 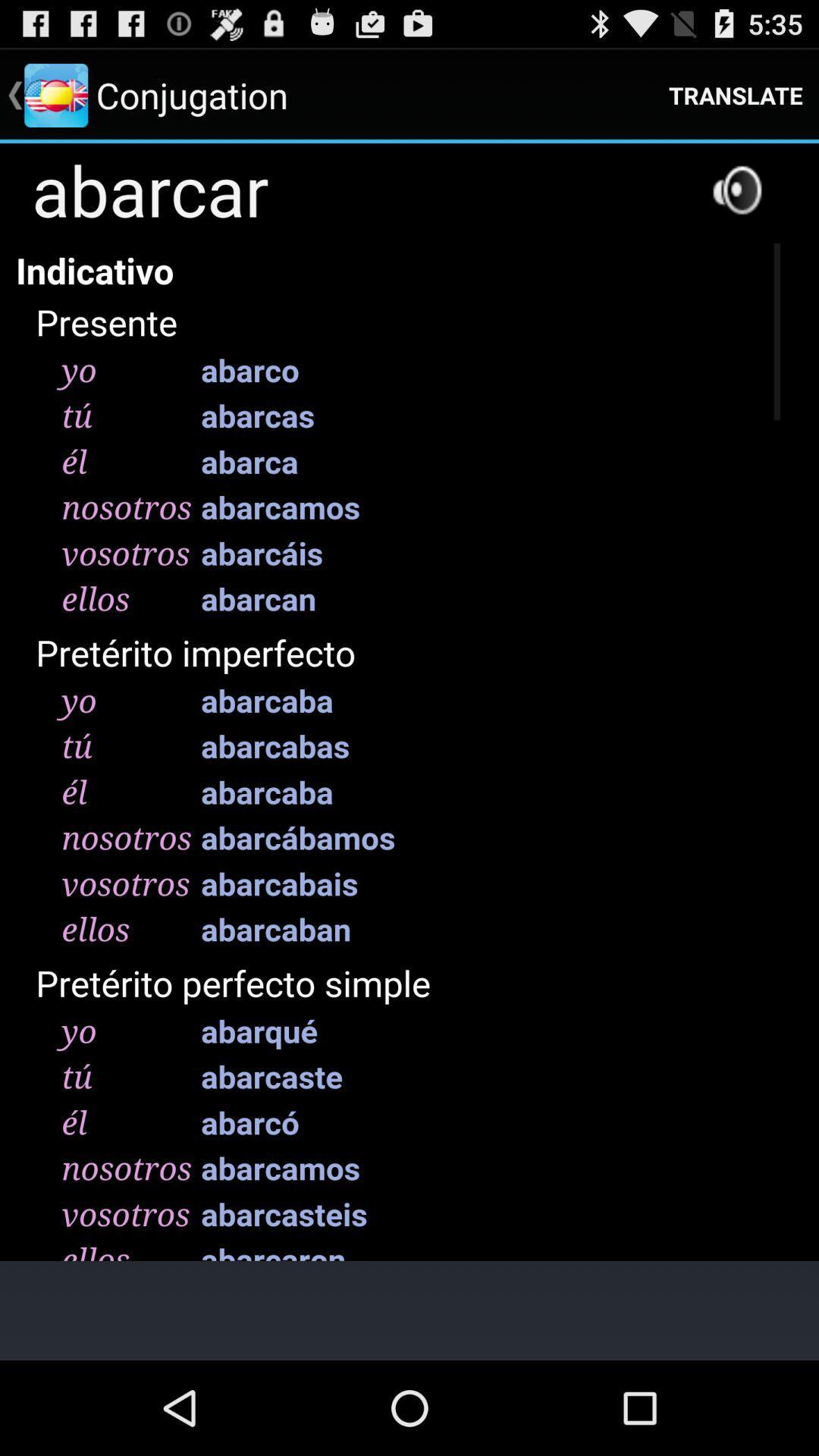 I want to click on sound button, so click(x=736, y=189).